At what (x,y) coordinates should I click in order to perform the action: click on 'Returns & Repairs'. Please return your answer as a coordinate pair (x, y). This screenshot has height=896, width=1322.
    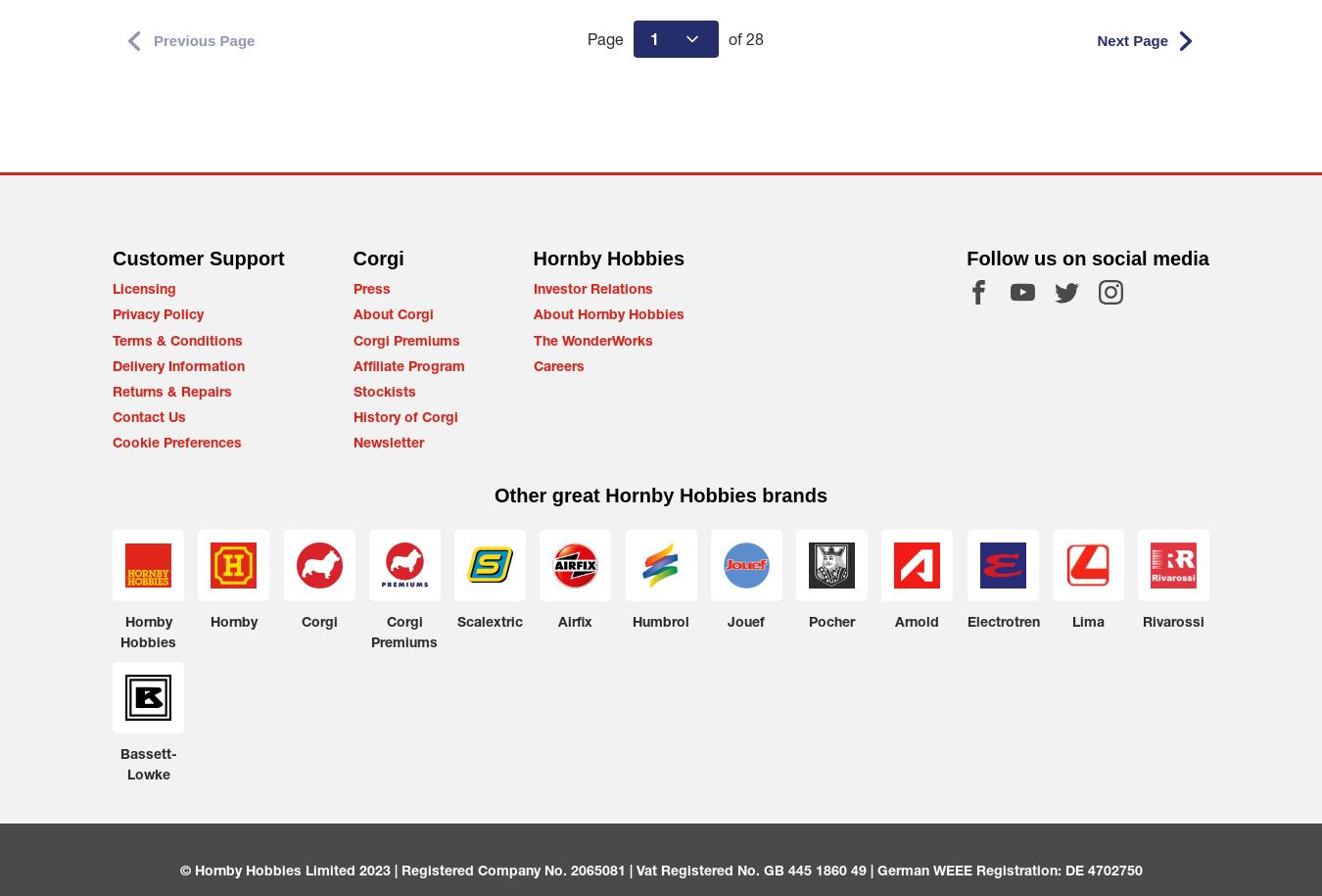
    Looking at the image, I should click on (113, 389).